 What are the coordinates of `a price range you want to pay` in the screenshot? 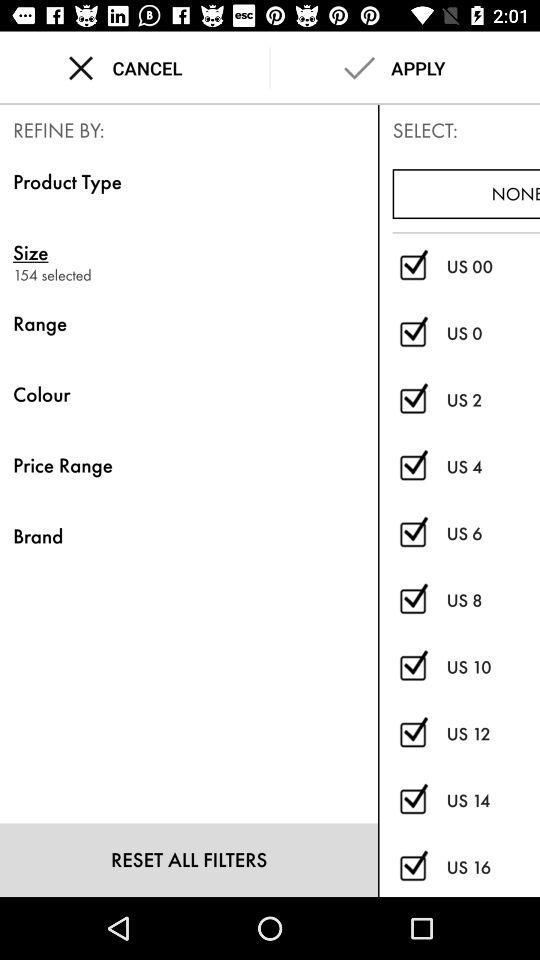 It's located at (412, 733).